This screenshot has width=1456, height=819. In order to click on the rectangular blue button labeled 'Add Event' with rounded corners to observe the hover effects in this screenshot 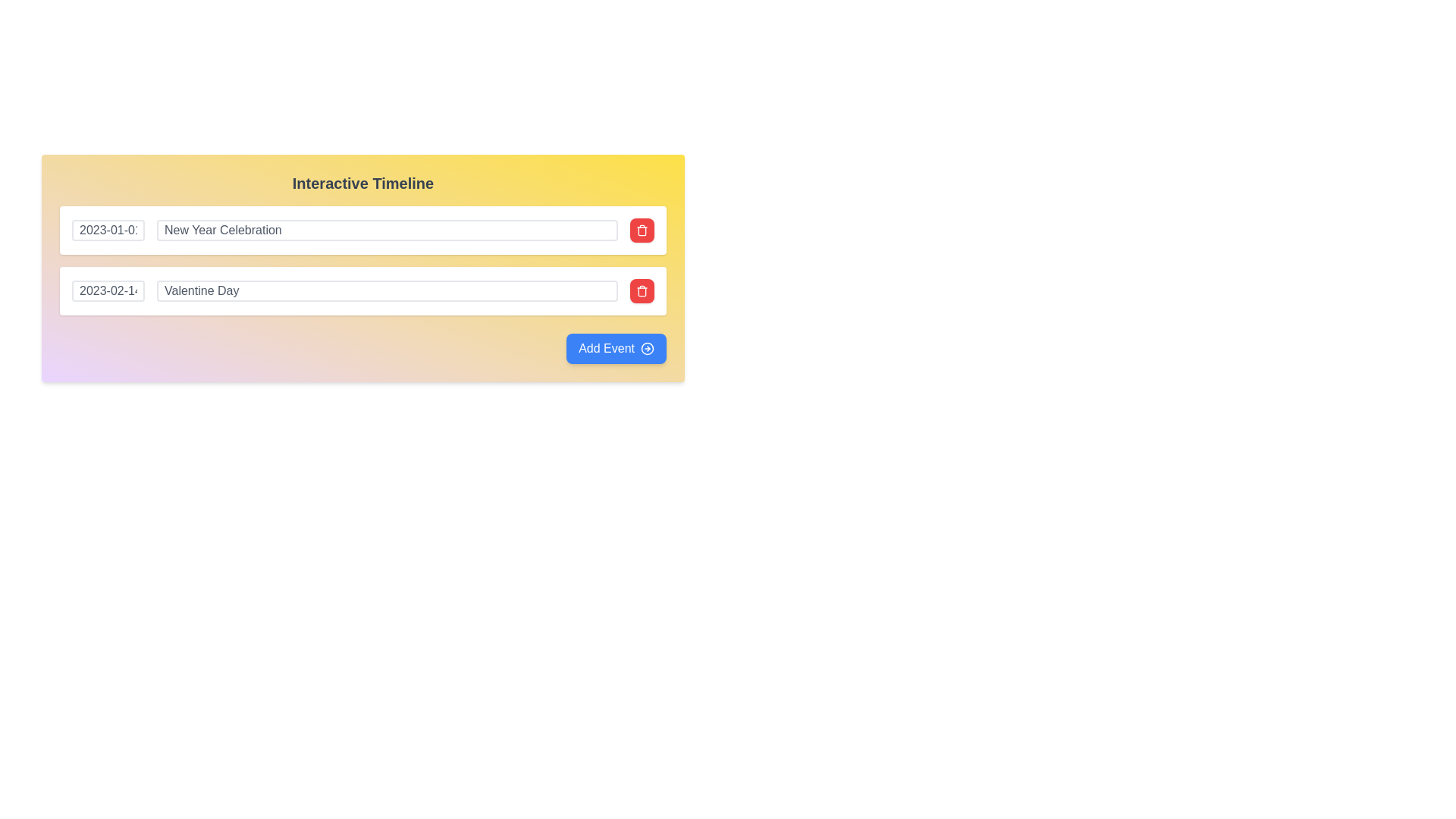, I will do `click(617, 348)`.